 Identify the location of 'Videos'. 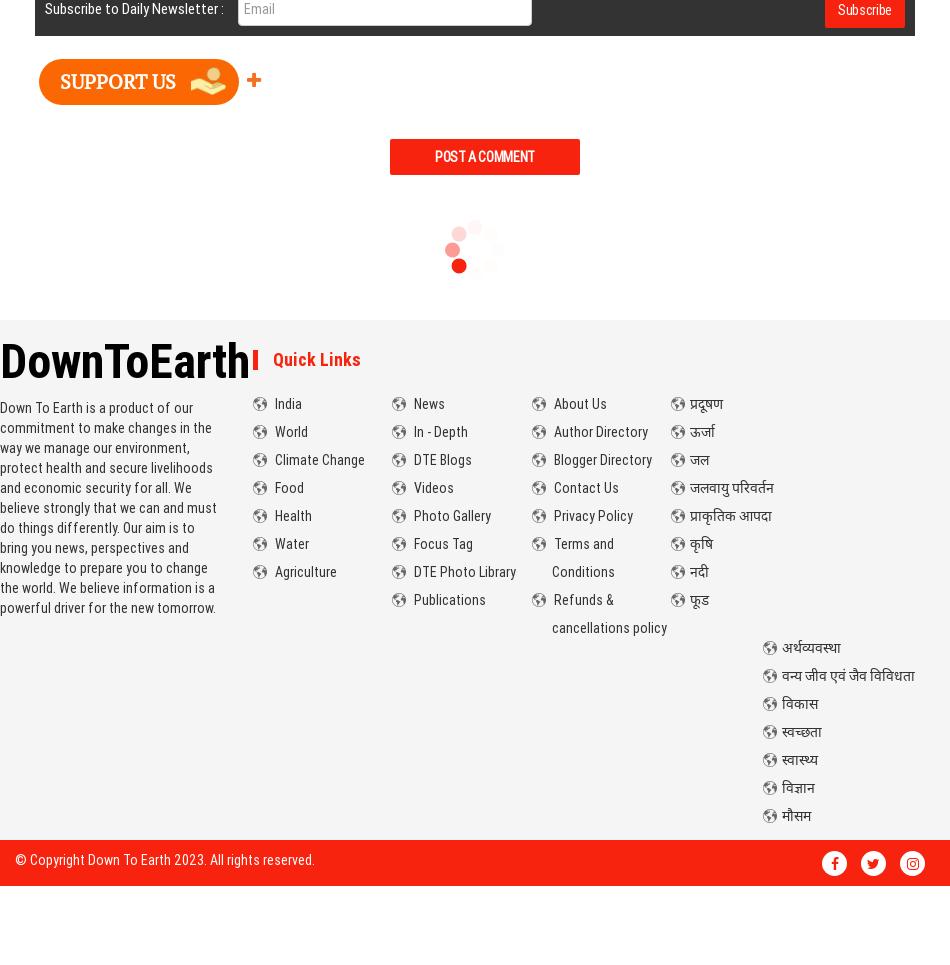
(431, 488).